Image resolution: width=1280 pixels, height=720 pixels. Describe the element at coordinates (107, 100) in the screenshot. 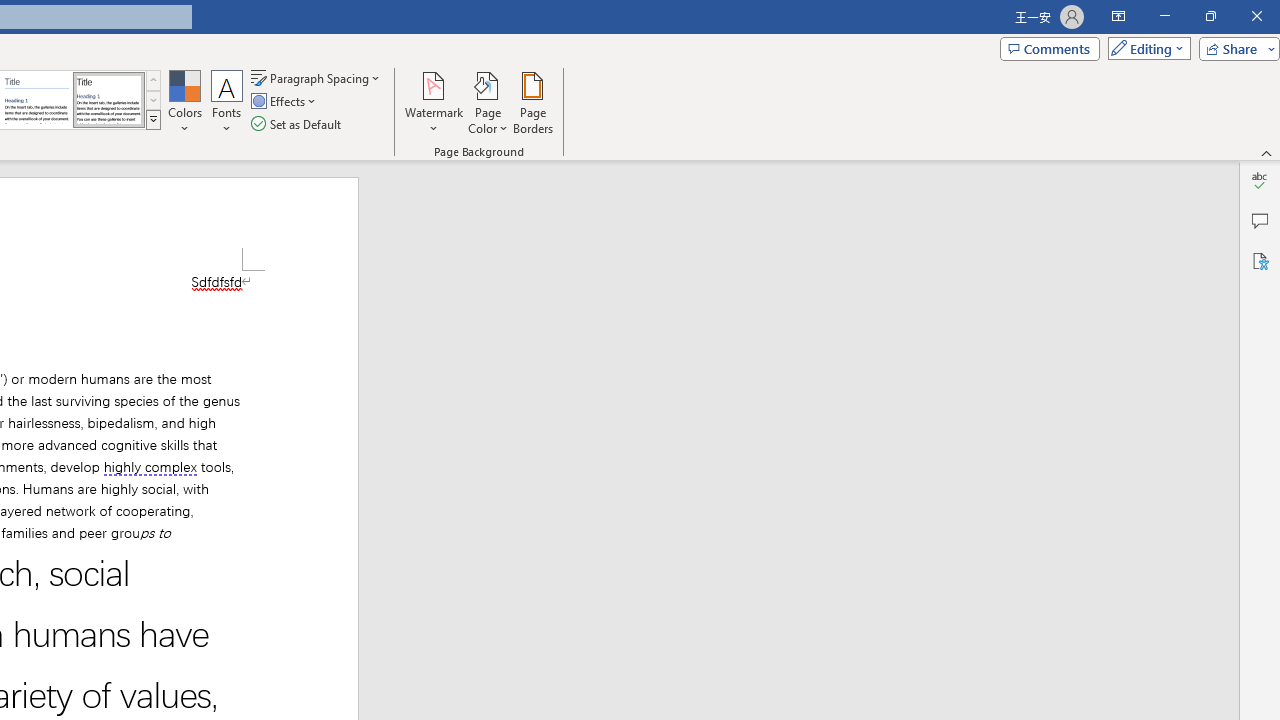

I see `'Word 2013'` at that location.